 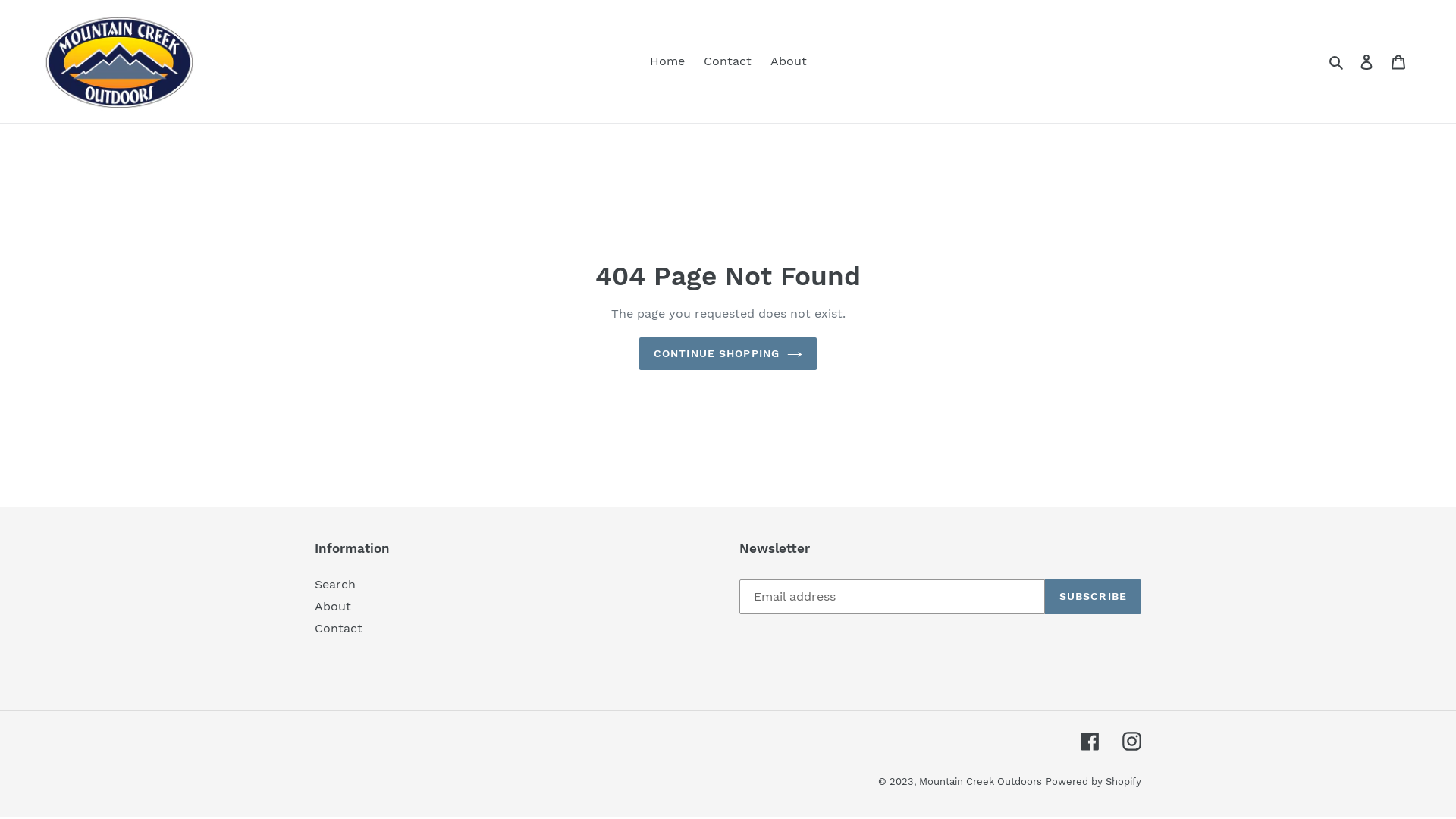 What do you see at coordinates (639, 353) in the screenshot?
I see `'CONTINUE SHOPPING'` at bounding box center [639, 353].